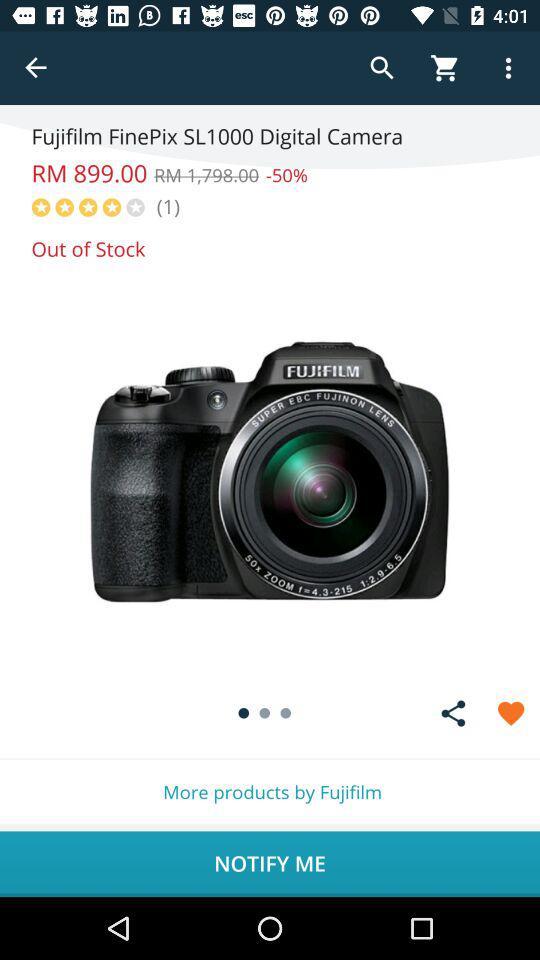 Image resolution: width=540 pixels, height=960 pixels. Describe the element at coordinates (36, 68) in the screenshot. I see `back button` at that location.